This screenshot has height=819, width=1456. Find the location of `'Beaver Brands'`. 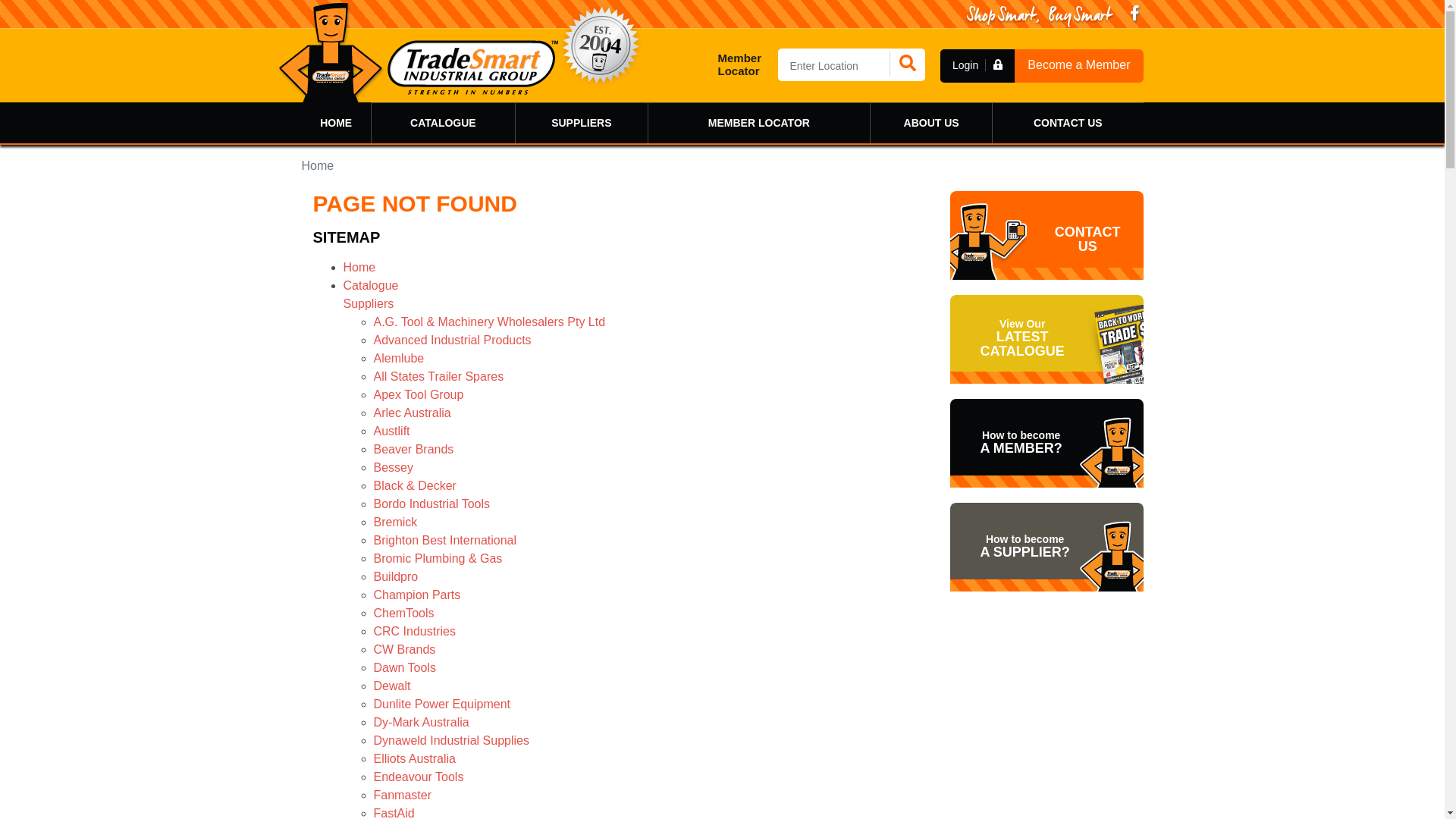

'Beaver Brands' is located at coordinates (413, 448).